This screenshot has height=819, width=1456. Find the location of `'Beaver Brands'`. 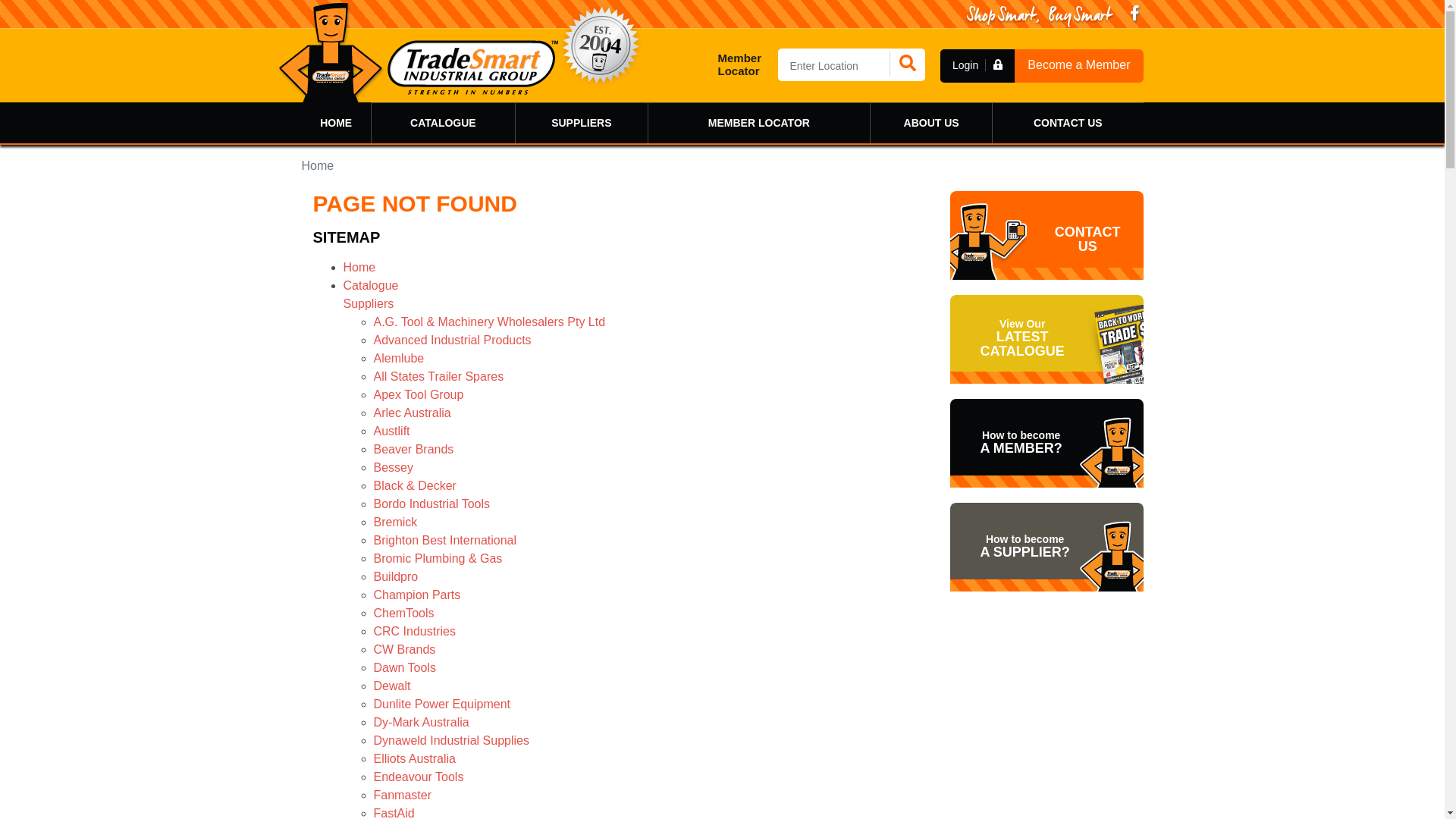

'Beaver Brands' is located at coordinates (413, 448).